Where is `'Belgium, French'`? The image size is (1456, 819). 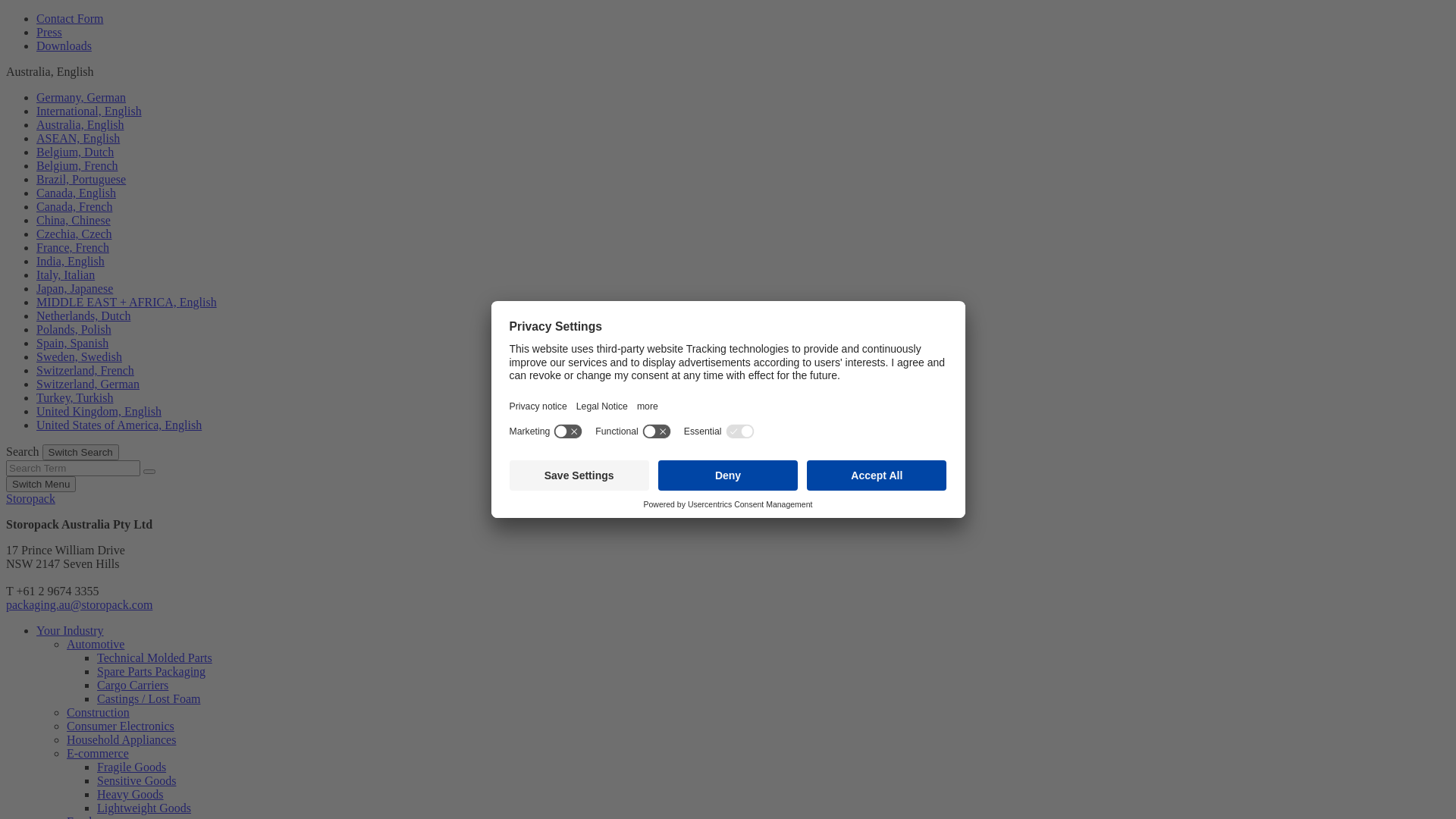
'Belgium, French' is located at coordinates (76, 165).